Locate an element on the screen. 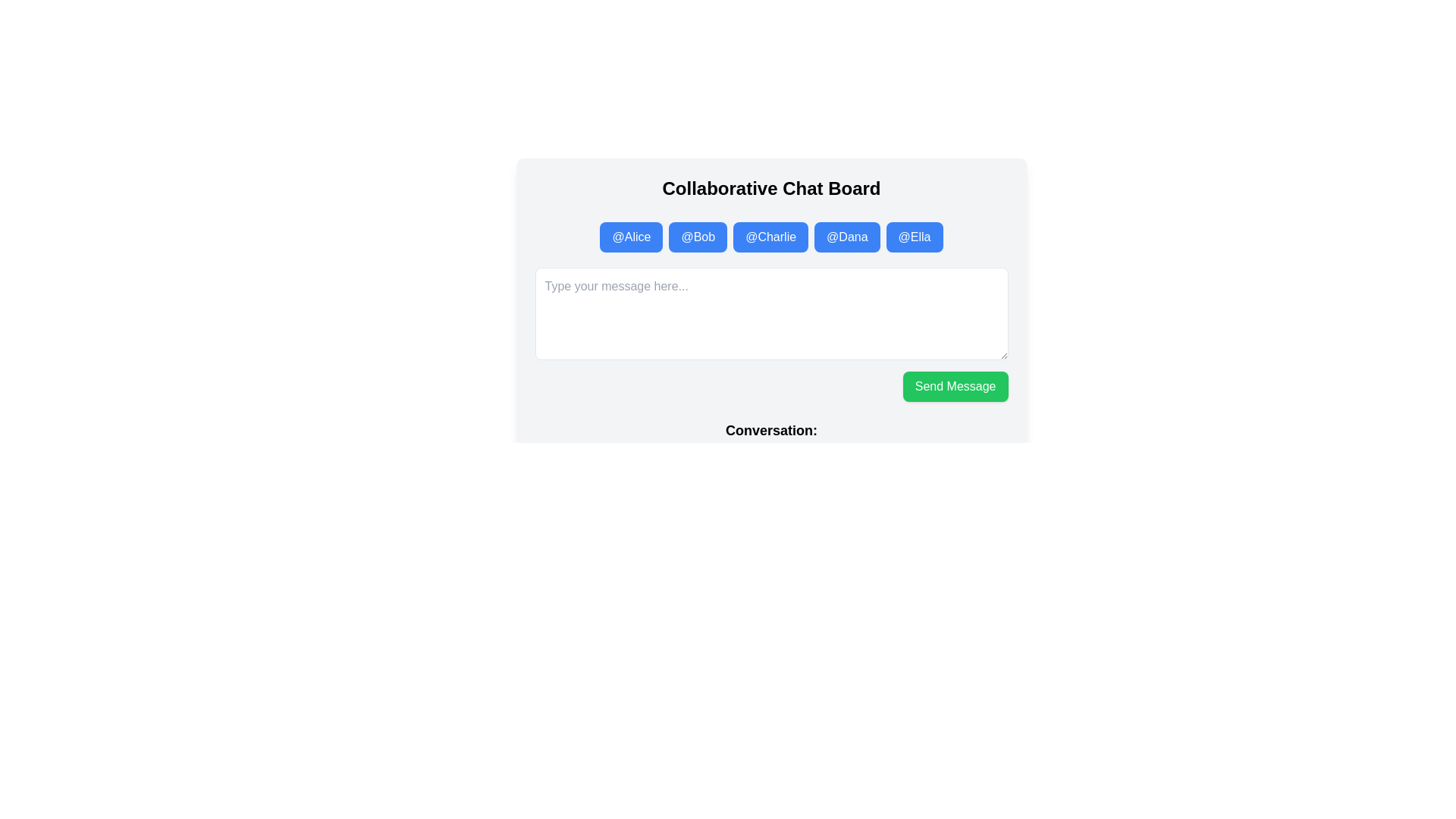 The width and height of the screenshot is (1456, 819). the blue button labeled '@Dana' is located at coordinates (846, 237).